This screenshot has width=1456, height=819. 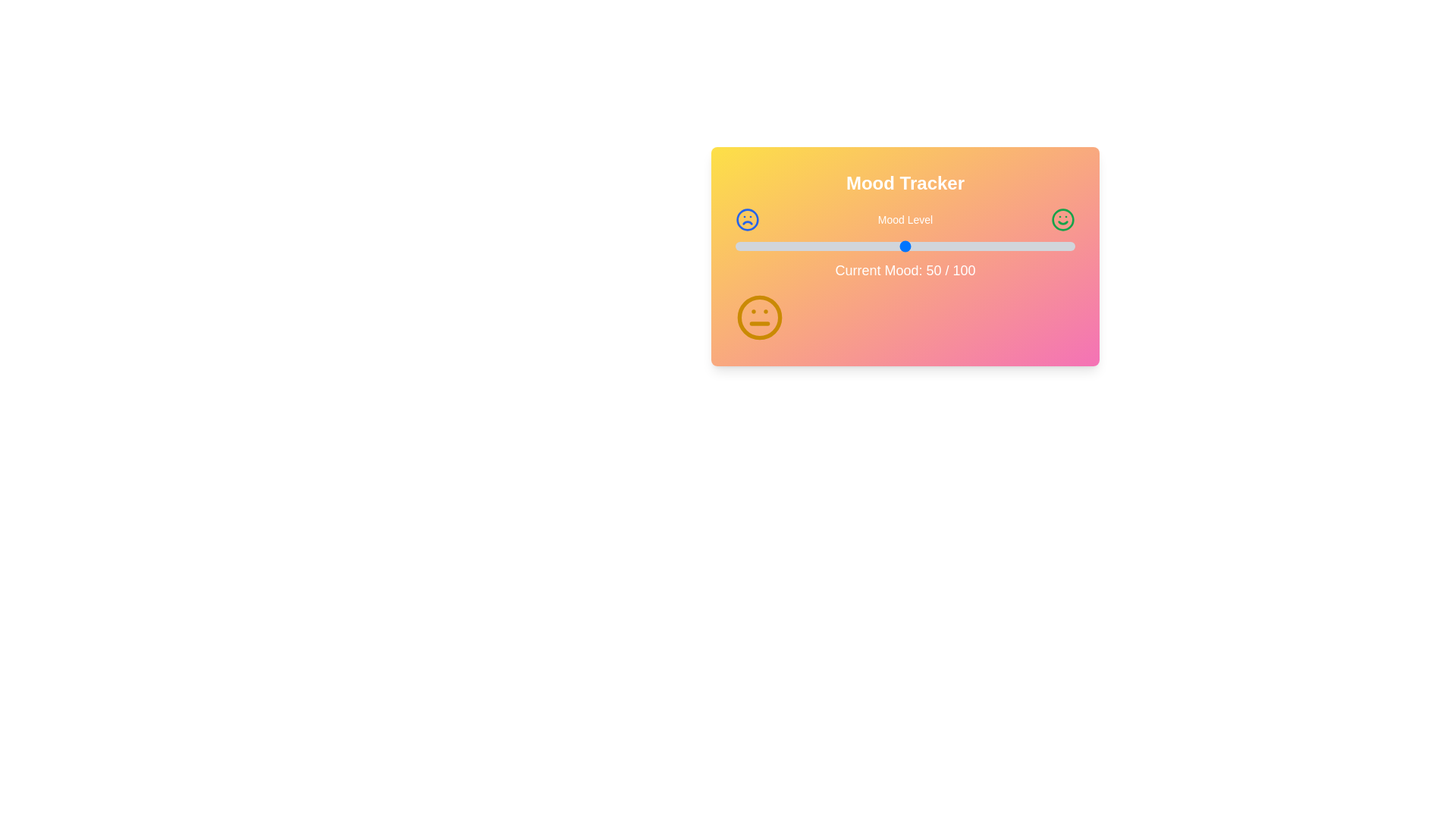 What do you see at coordinates (760, 317) in the screenshot?
I see `the 'Meh' icon, which represents the current mood level` at bounding box center [760, 317].